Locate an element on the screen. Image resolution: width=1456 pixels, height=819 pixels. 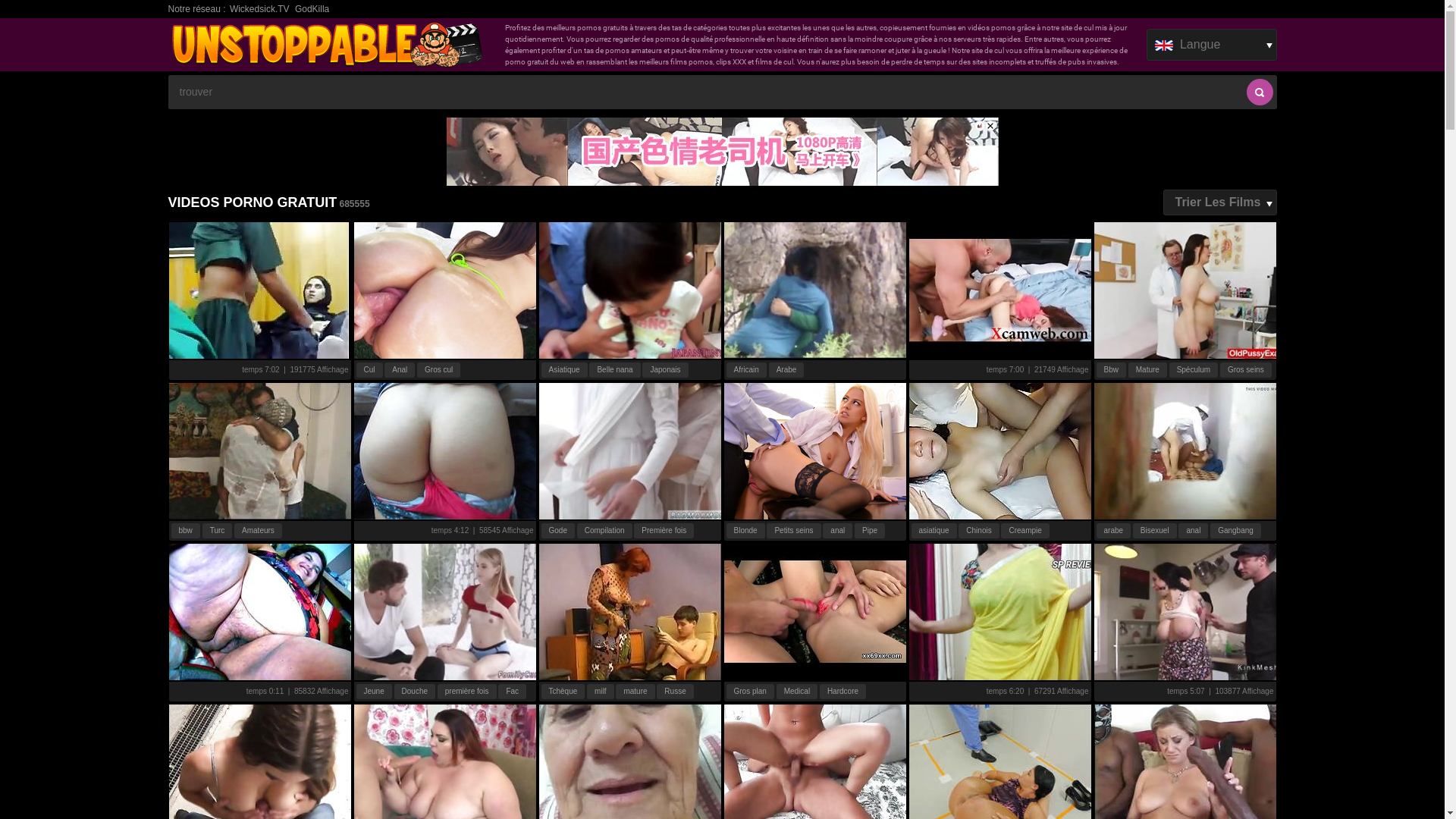
'Medical' is located at coordinates (776, 691).